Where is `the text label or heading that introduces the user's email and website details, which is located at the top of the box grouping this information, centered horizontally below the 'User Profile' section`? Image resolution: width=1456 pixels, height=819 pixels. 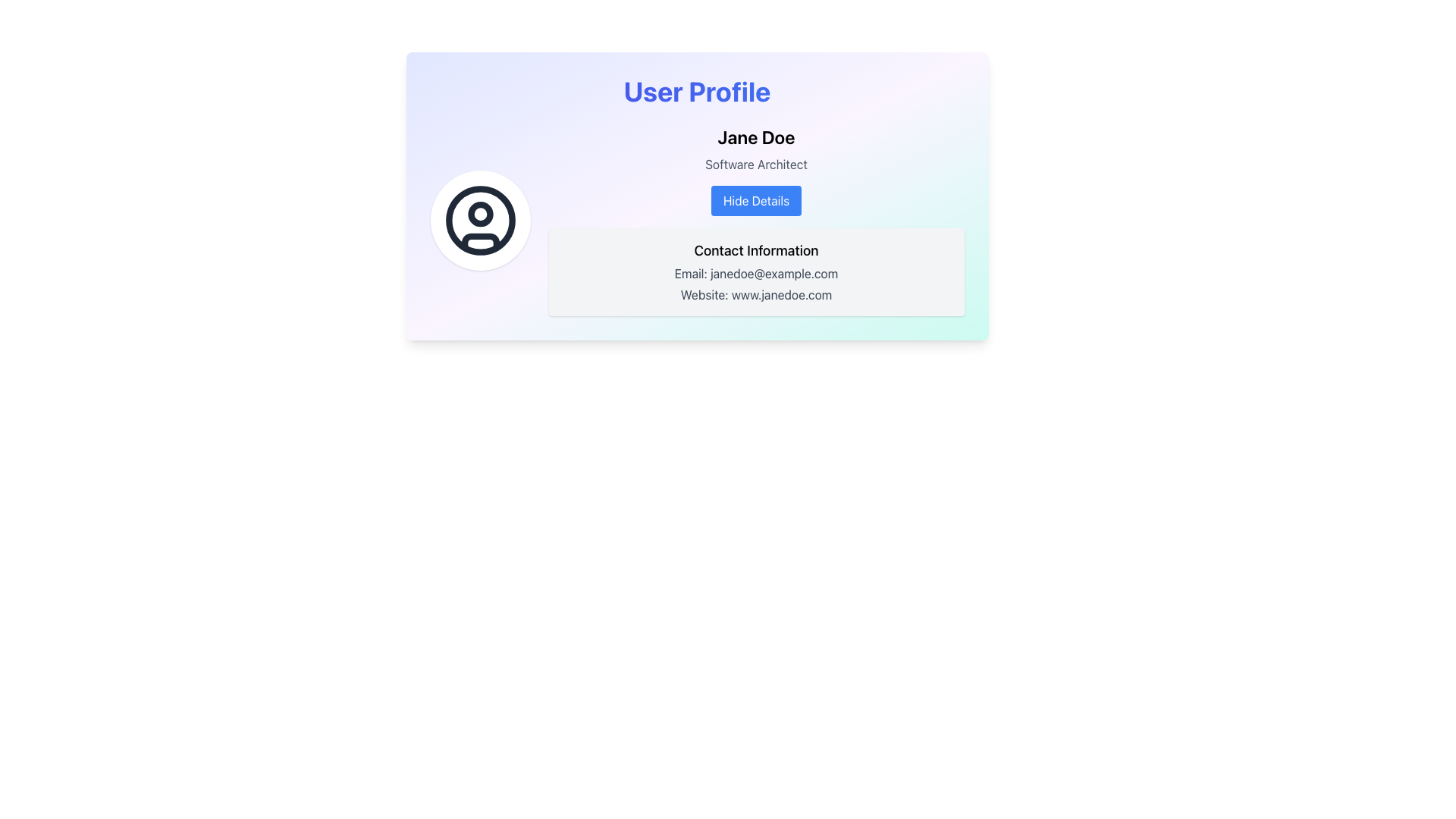
the text label or heading that introduces the user's email and website details, which is located at the top of the box grouping this information, centered horizontally below the 'User Profile' section is located at coordinates (756, 250).